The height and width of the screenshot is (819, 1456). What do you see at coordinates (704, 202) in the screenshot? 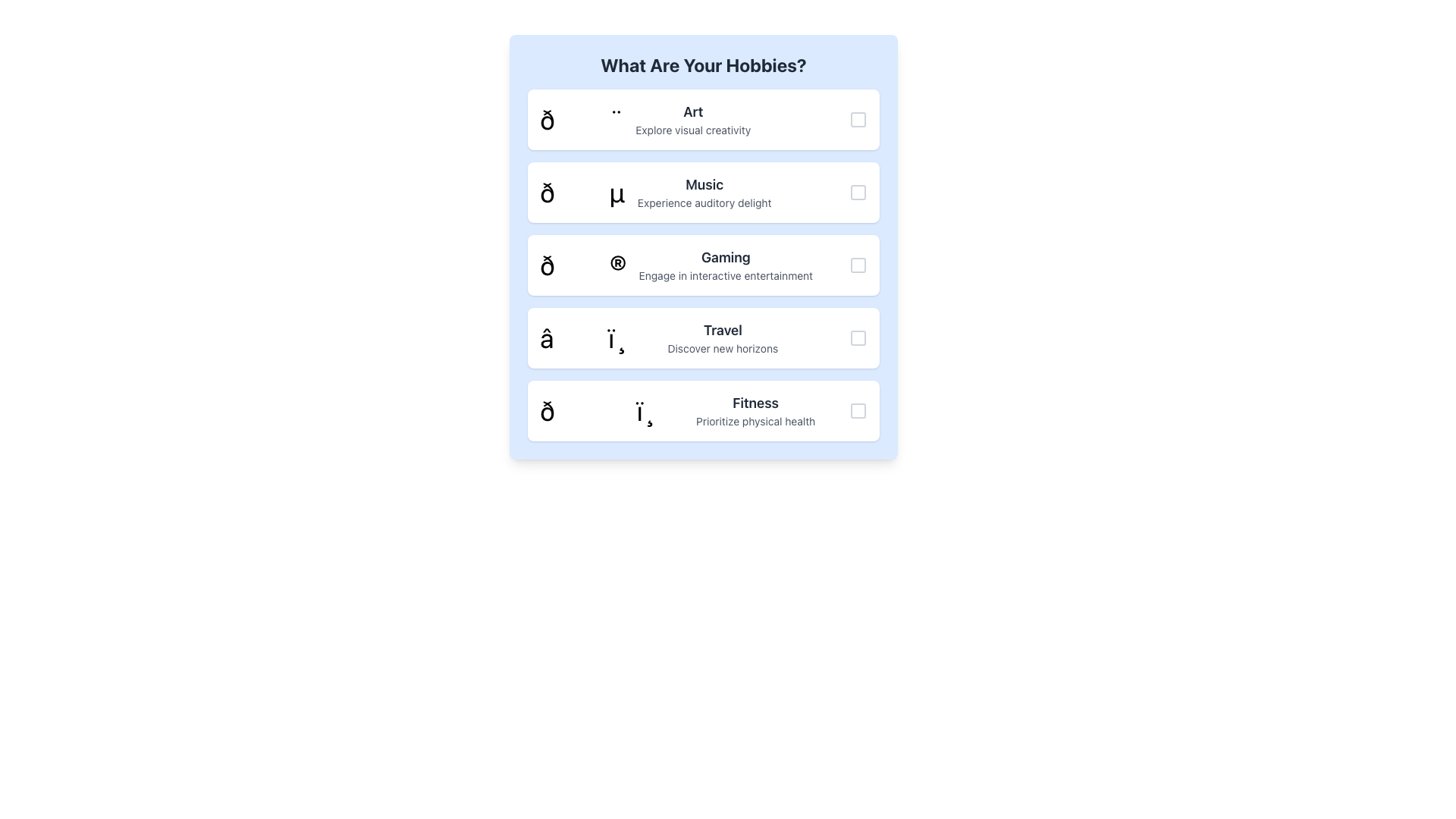
I see `the text label displaying 'Experience auditory delight' located under the 'Music' header in the 'What Are Your Hobbies?' list` at bounding box center [704, 202].